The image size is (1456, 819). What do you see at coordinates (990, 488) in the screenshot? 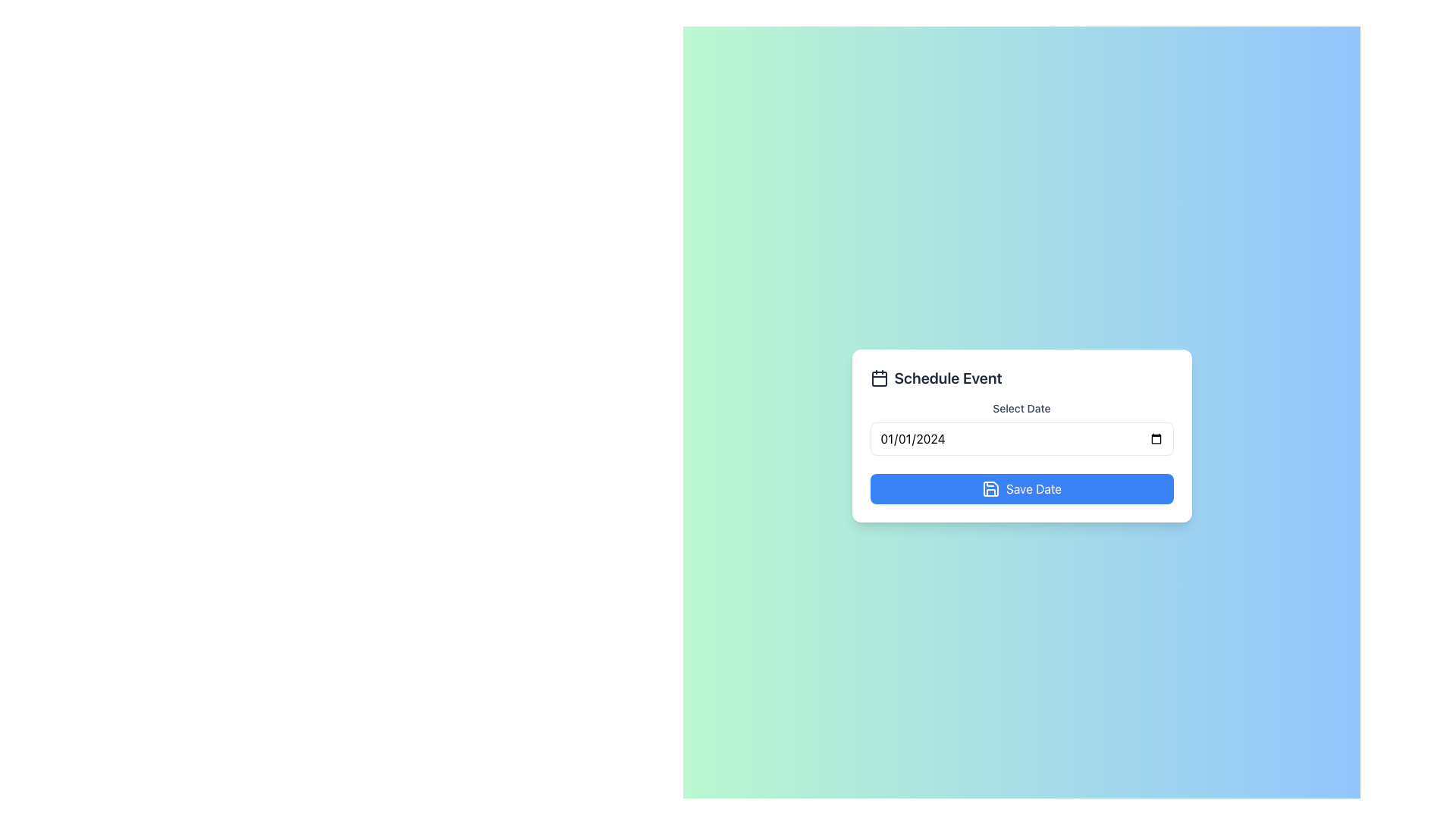
I see `the floppy disk icon indicating the 'Save' function, which is centered within the 'Save Date' button at the bottom of the modal panel` at bounding box center [990, 488].